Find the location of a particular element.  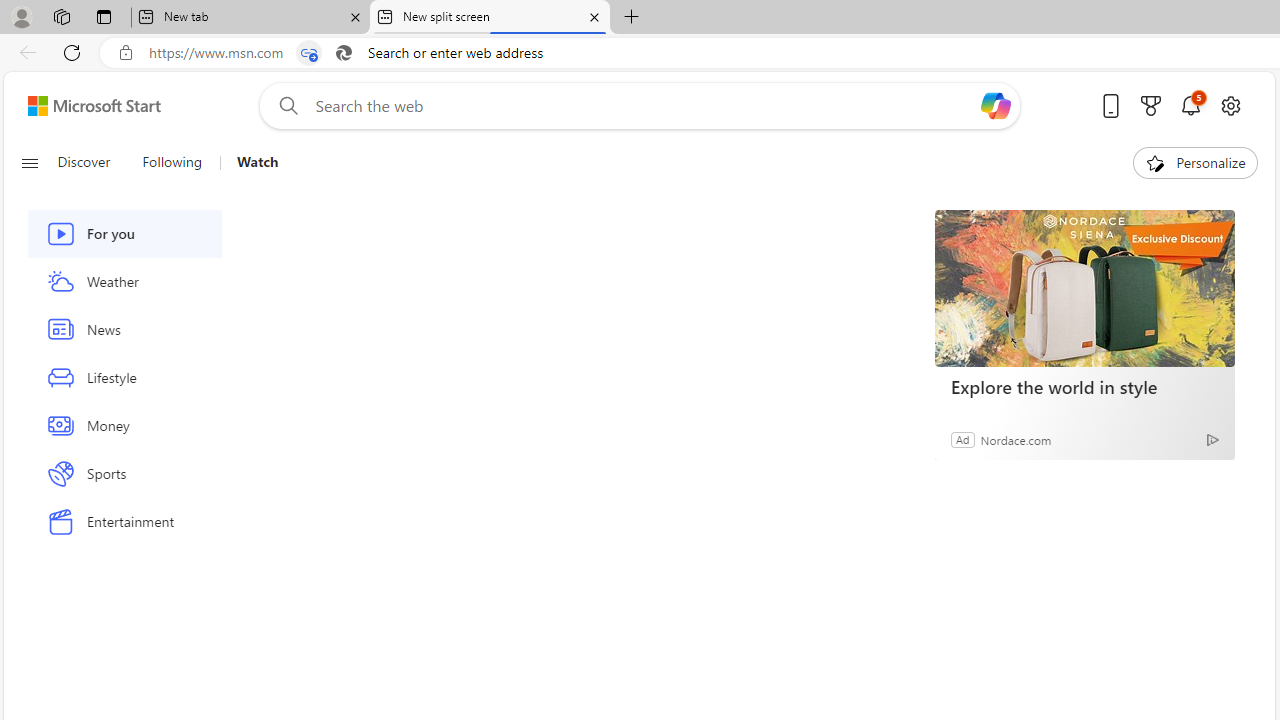

'Class: button-glyph' is located at coordinates (29, 162).